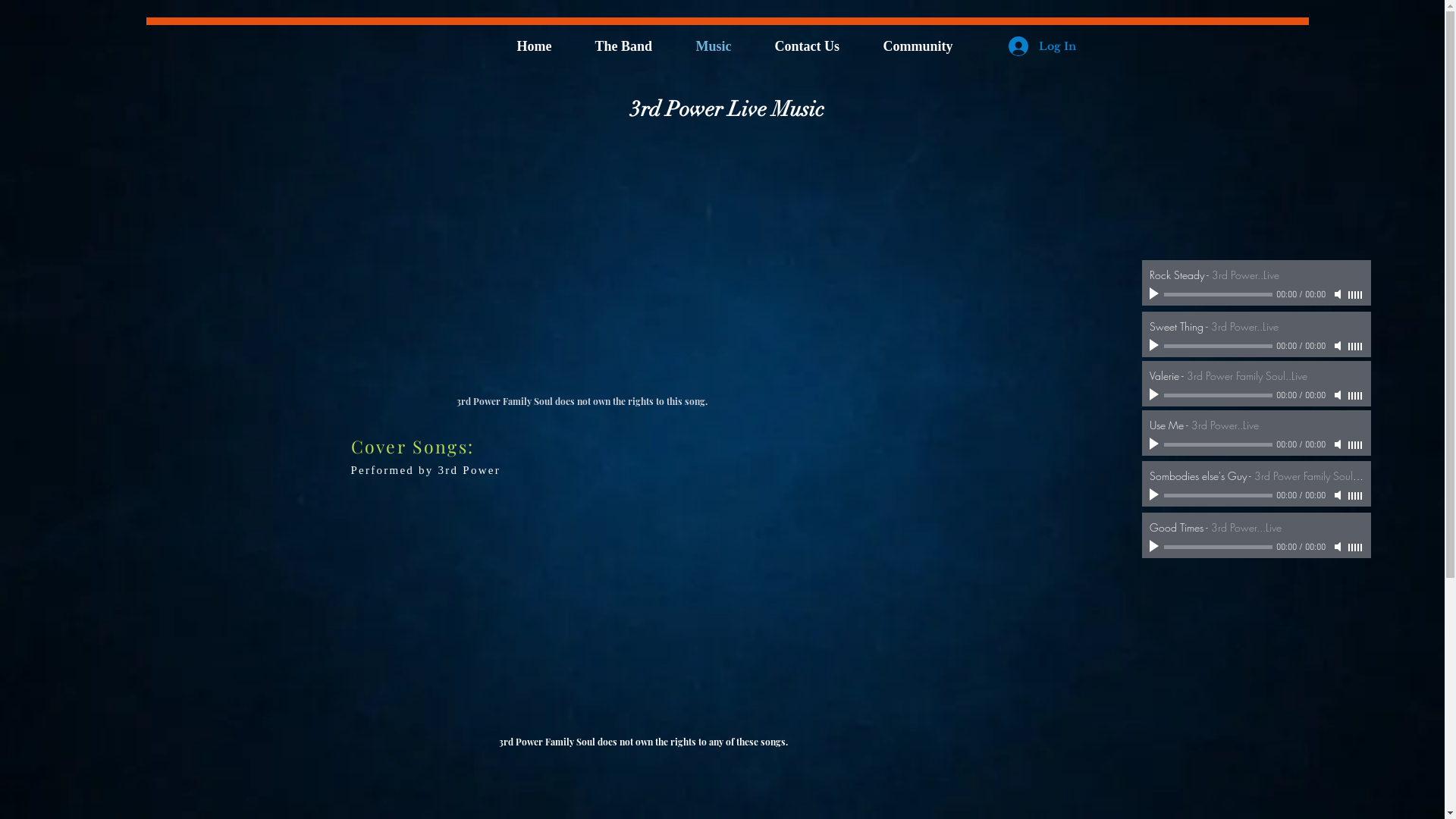 This screenshot has width=1456, height=819. Describe the element at coordinates (544, 45) in the screenshot. I see `'Home'` at that location.